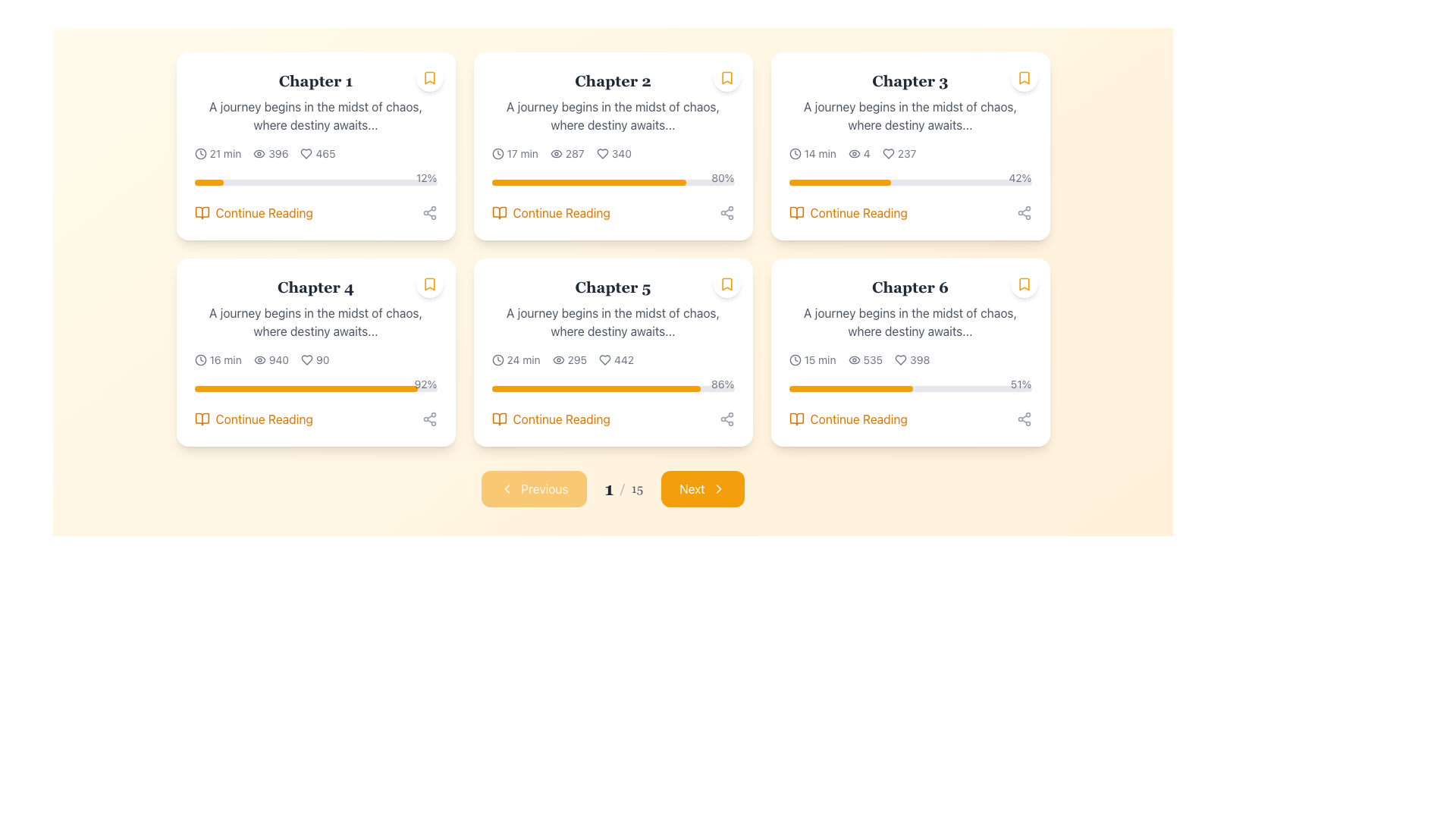 The width and height of the screenshot is (1456, 819). What do you see at coordinates (1021, 383) in the screenshot?
I see `the Text label indicating the completion percentage of the progress bar for Chapter 6, located at the right-most side above the progress bar` at bounding box center [1021, 383].